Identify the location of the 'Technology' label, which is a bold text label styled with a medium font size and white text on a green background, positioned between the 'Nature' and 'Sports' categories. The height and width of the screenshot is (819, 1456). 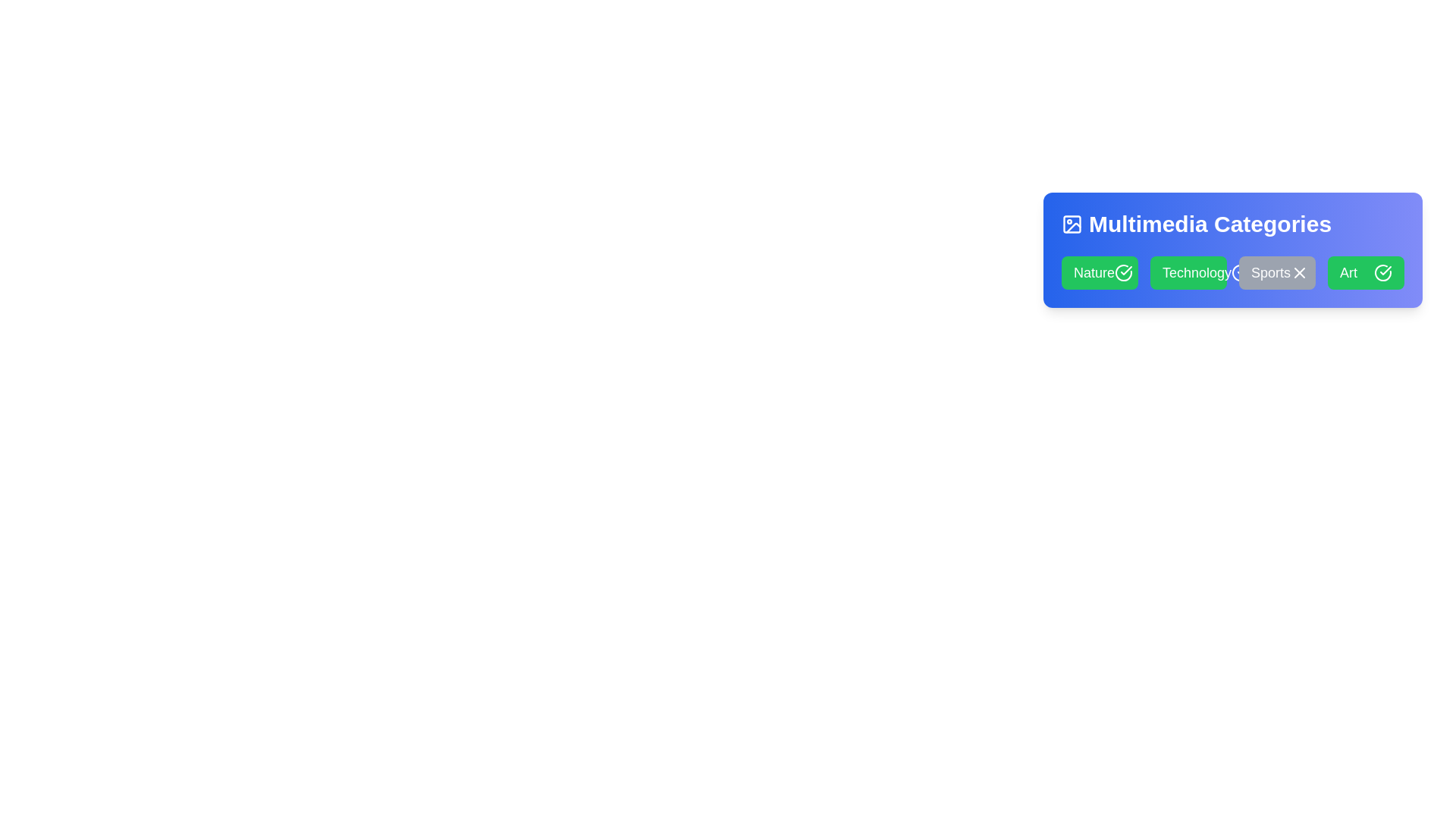
(1196, 271).